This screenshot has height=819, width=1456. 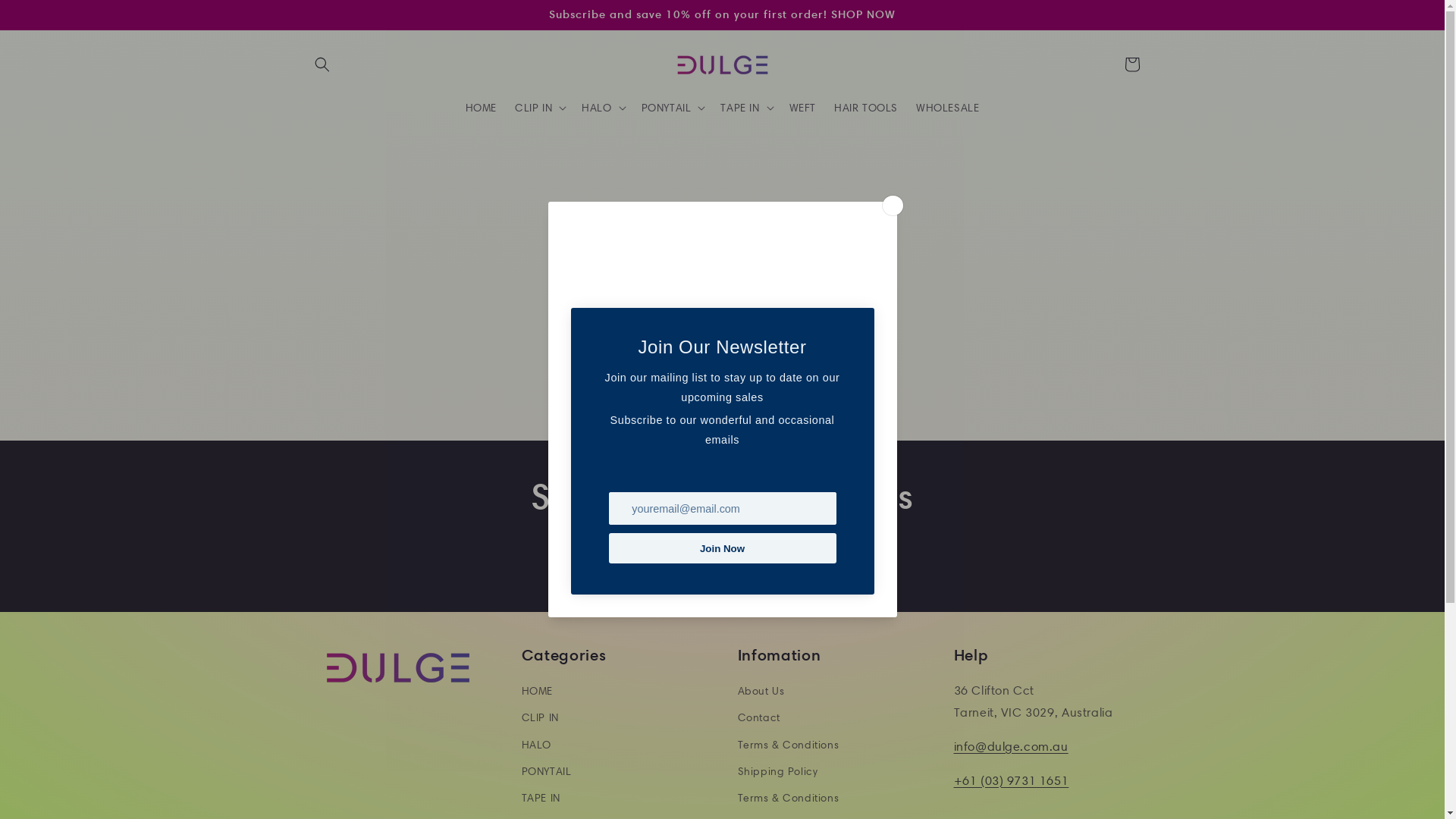 What do you see at coordinates (952, 780) in the screenshot?
I see `'+61 (03) 9731 1651'` at bounding box center [952, 780].